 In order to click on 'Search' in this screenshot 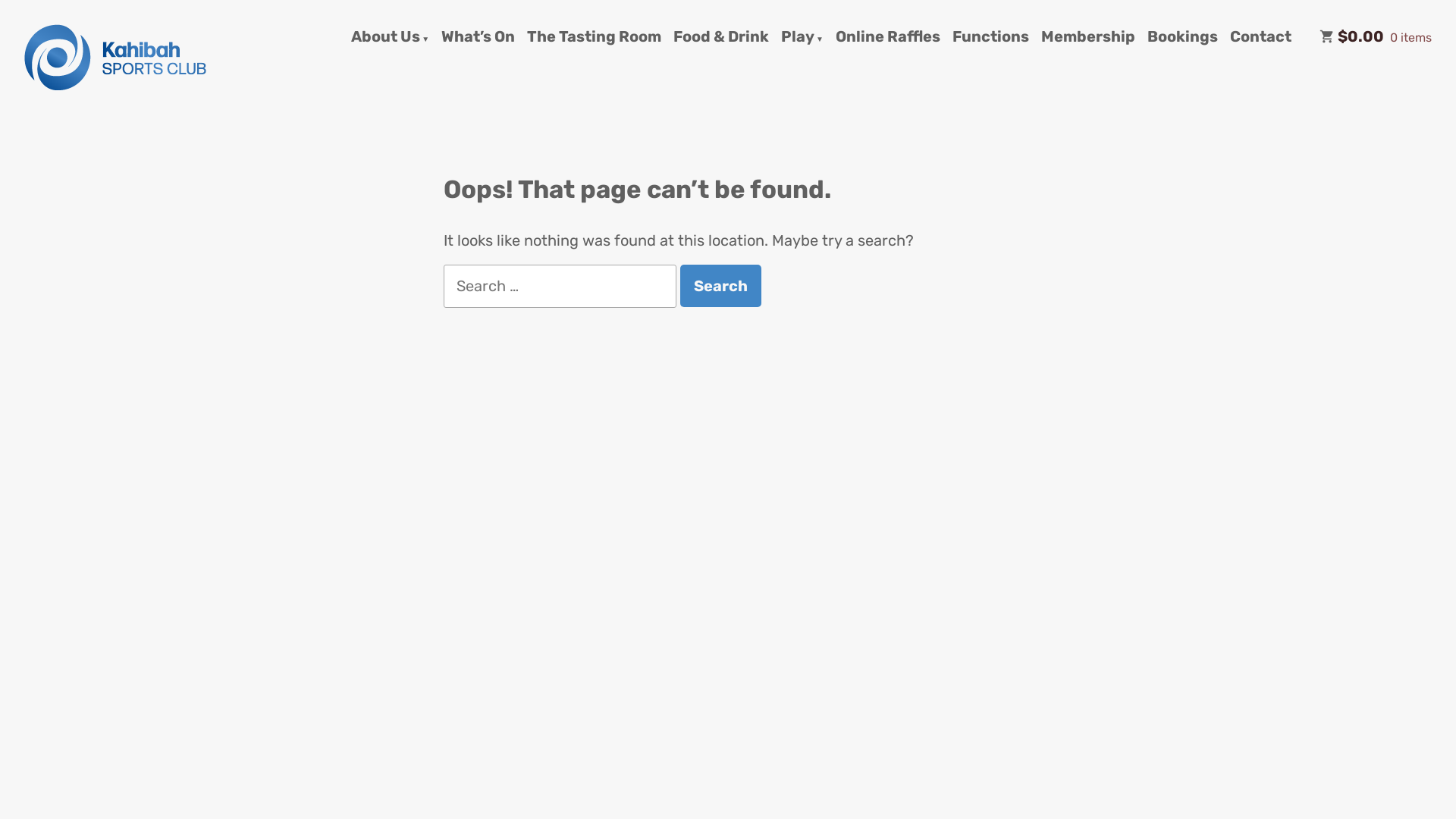, I will do `click(720, 286)`.